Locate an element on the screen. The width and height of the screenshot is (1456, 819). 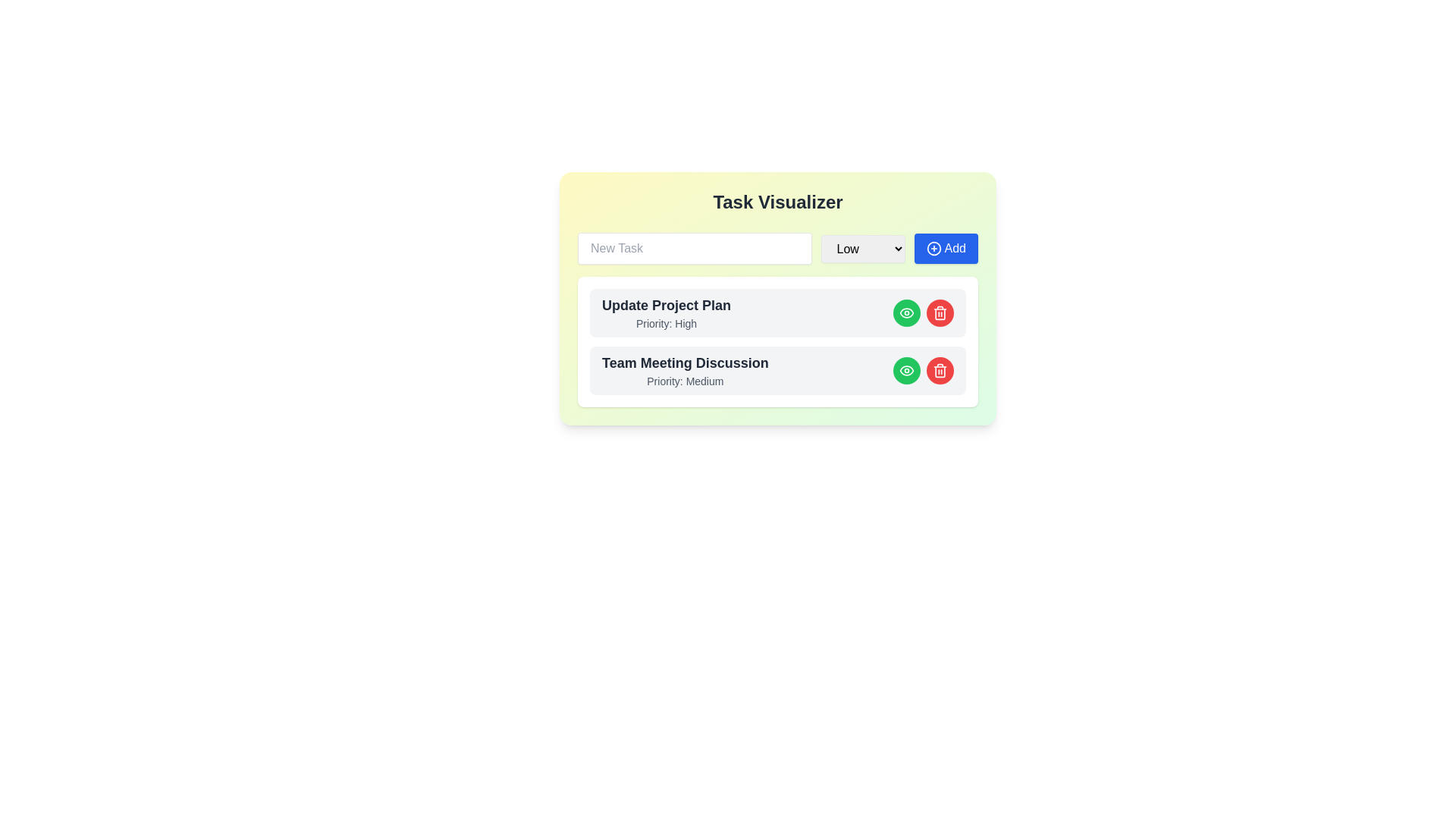
the interactive button located on the right side of the second task item in the task list to trigger the tooltip or highlight effect is located at coordinates (906, 312).